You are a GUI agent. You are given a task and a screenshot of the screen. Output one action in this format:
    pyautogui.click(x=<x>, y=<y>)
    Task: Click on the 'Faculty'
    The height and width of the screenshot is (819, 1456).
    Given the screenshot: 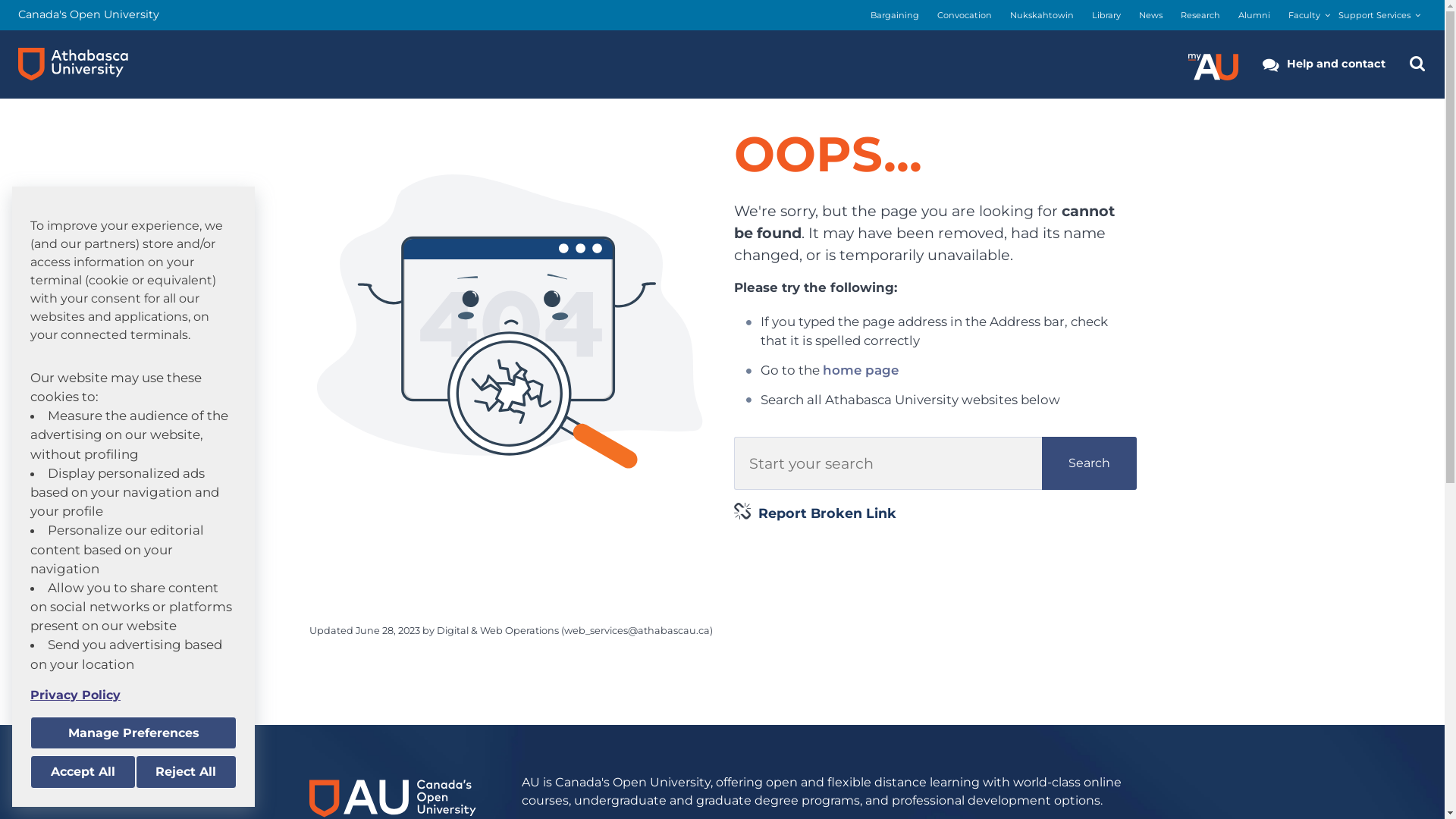 What is the action you would take?
    pyautogui.click(x=1303, y=15)
    